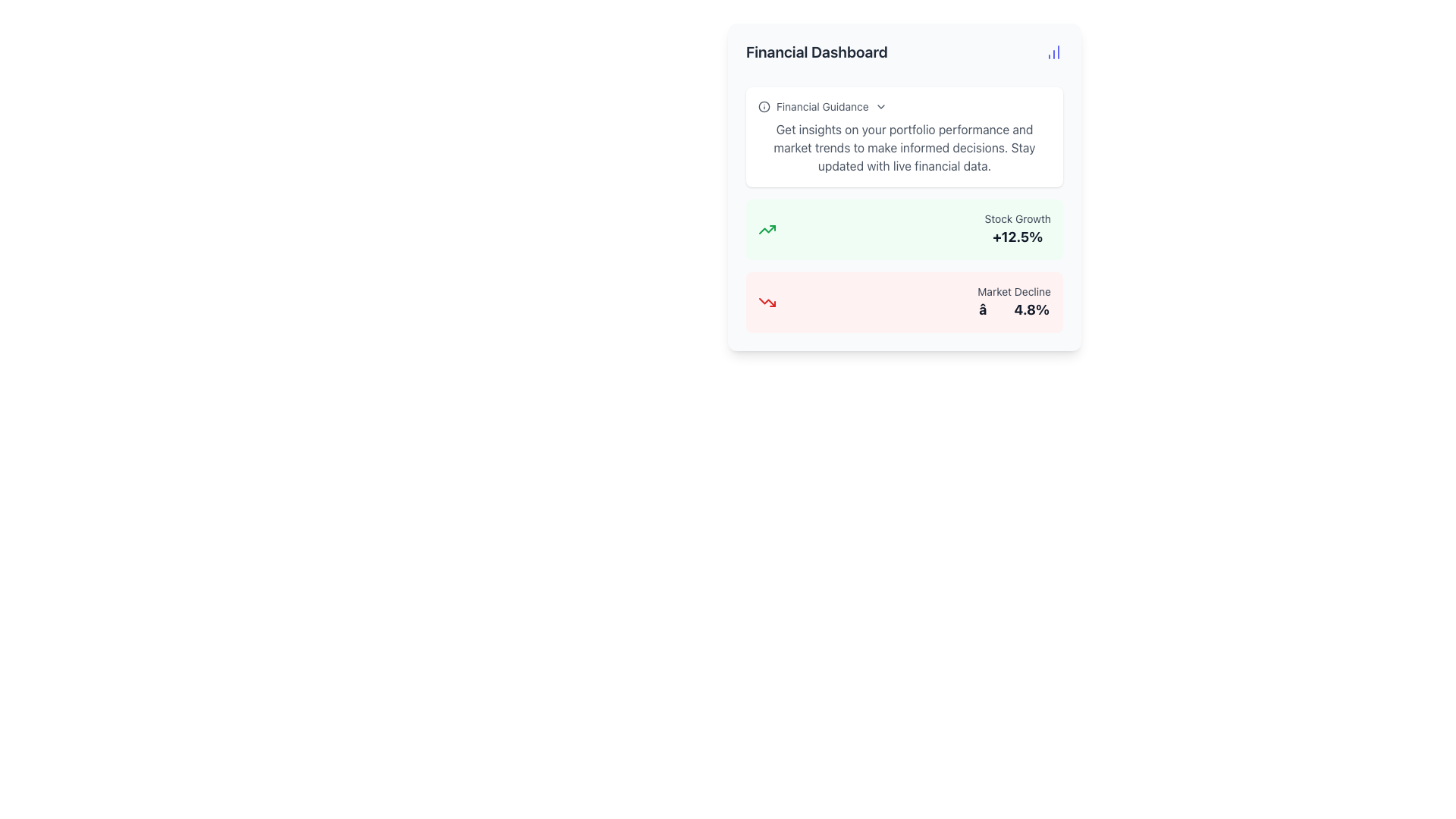 The width and height of the screenshot is (1456, 819). Describe the element at coordinates (1018, 237) in the screenshot. I see `the text display showing '+12.5%' located in the second row of the 'Stock Growth' section, directly beneath the 'Stock Growth' label` at that location.